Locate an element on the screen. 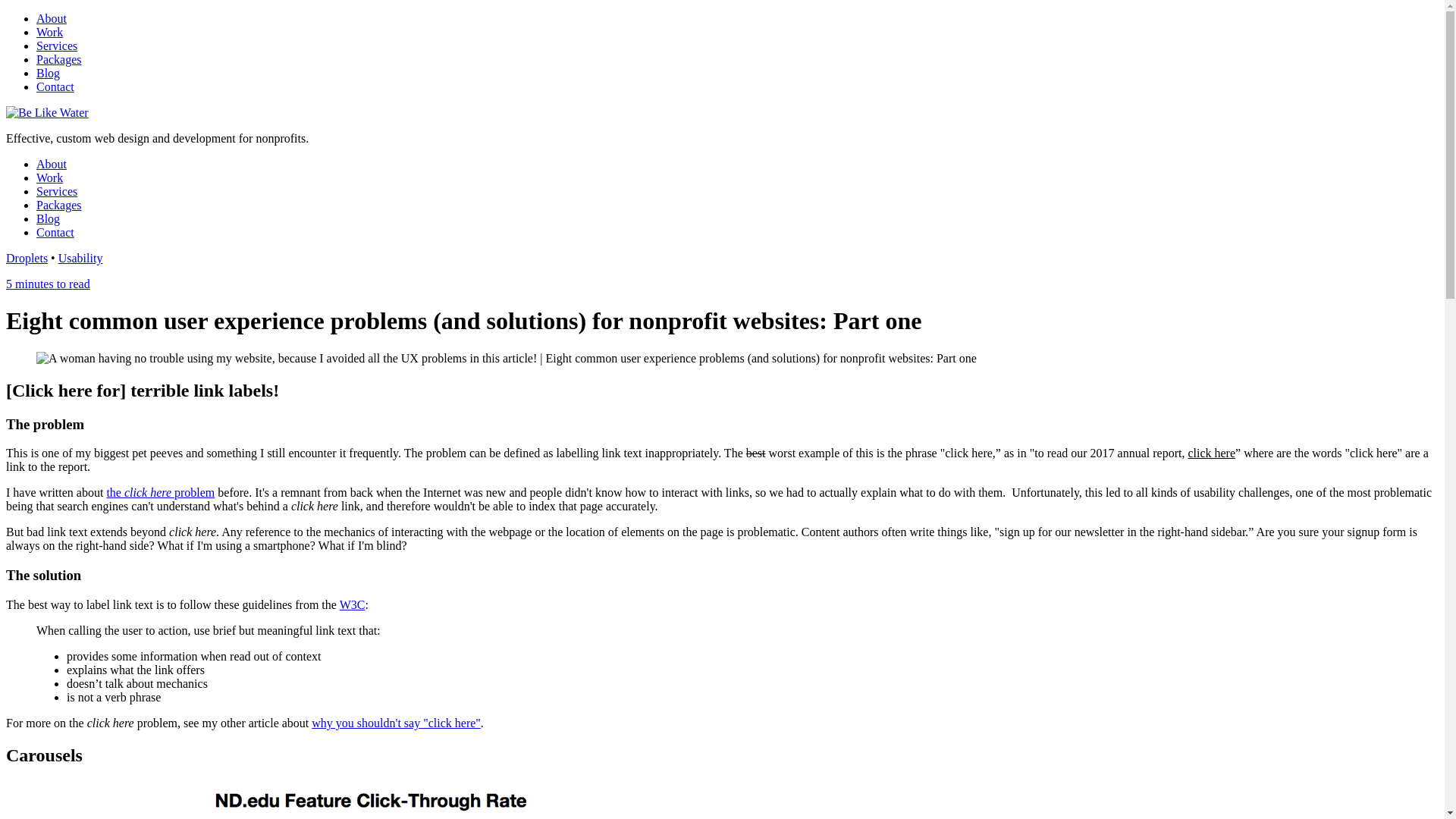 The width and height of the screenshot is (1456, 819). 'Usability' is located at coordinates (80, 257).